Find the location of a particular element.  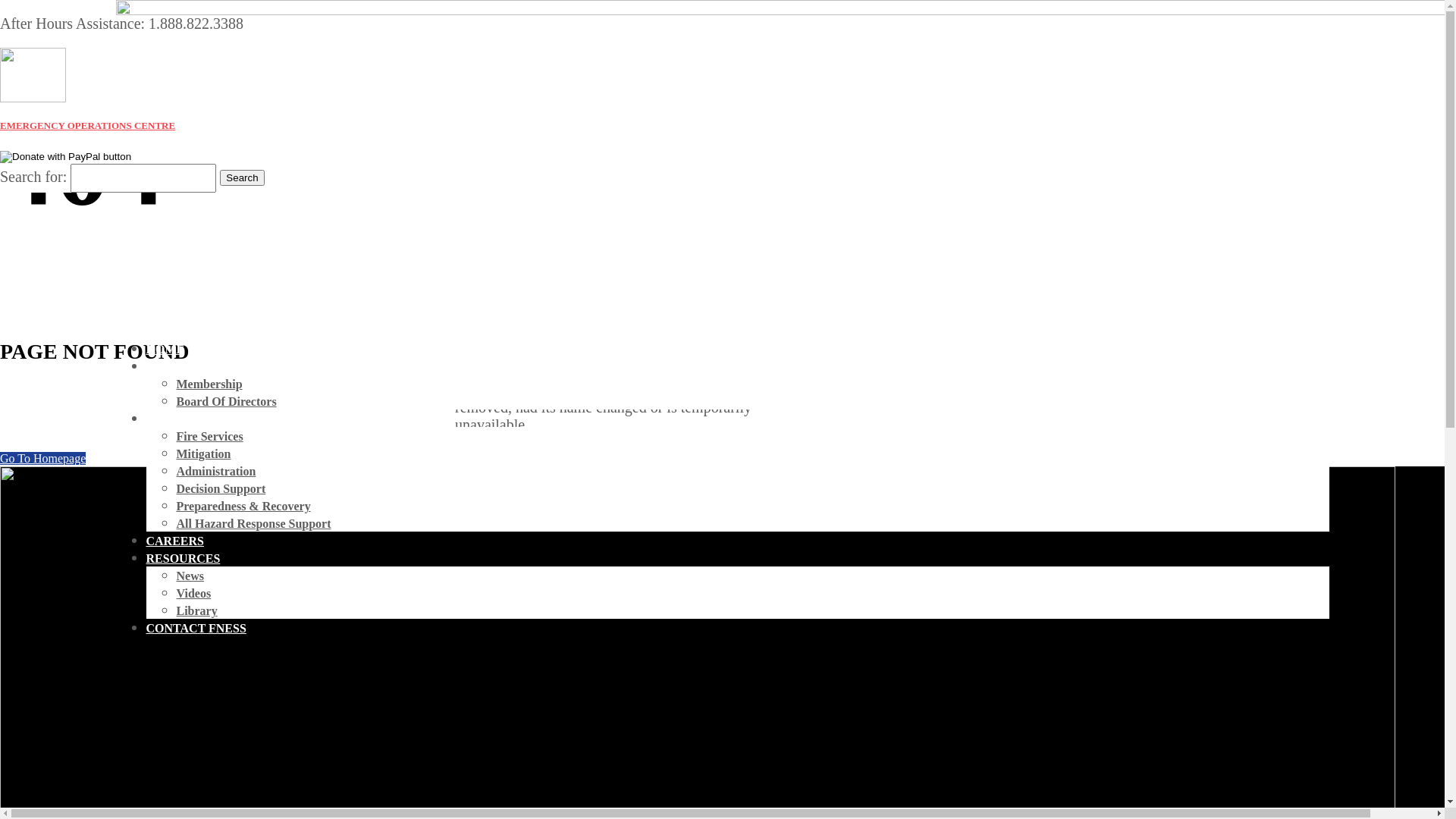

'ABOUT' is located at coordinates (146, 366).